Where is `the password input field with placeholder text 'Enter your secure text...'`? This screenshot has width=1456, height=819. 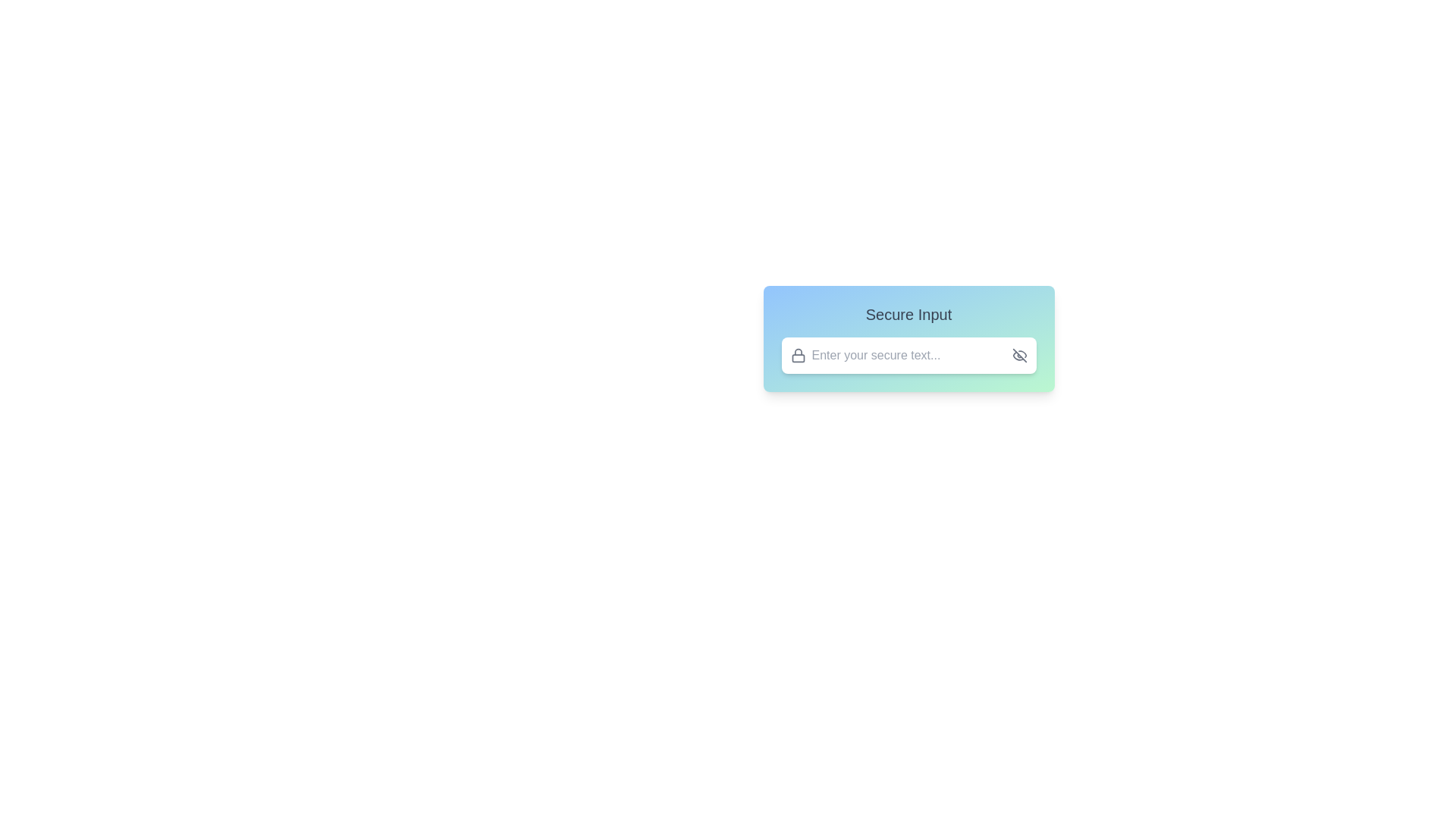
the password input field with placeholder text 'Enter your secure text...' is located at coordinates (908, 356).